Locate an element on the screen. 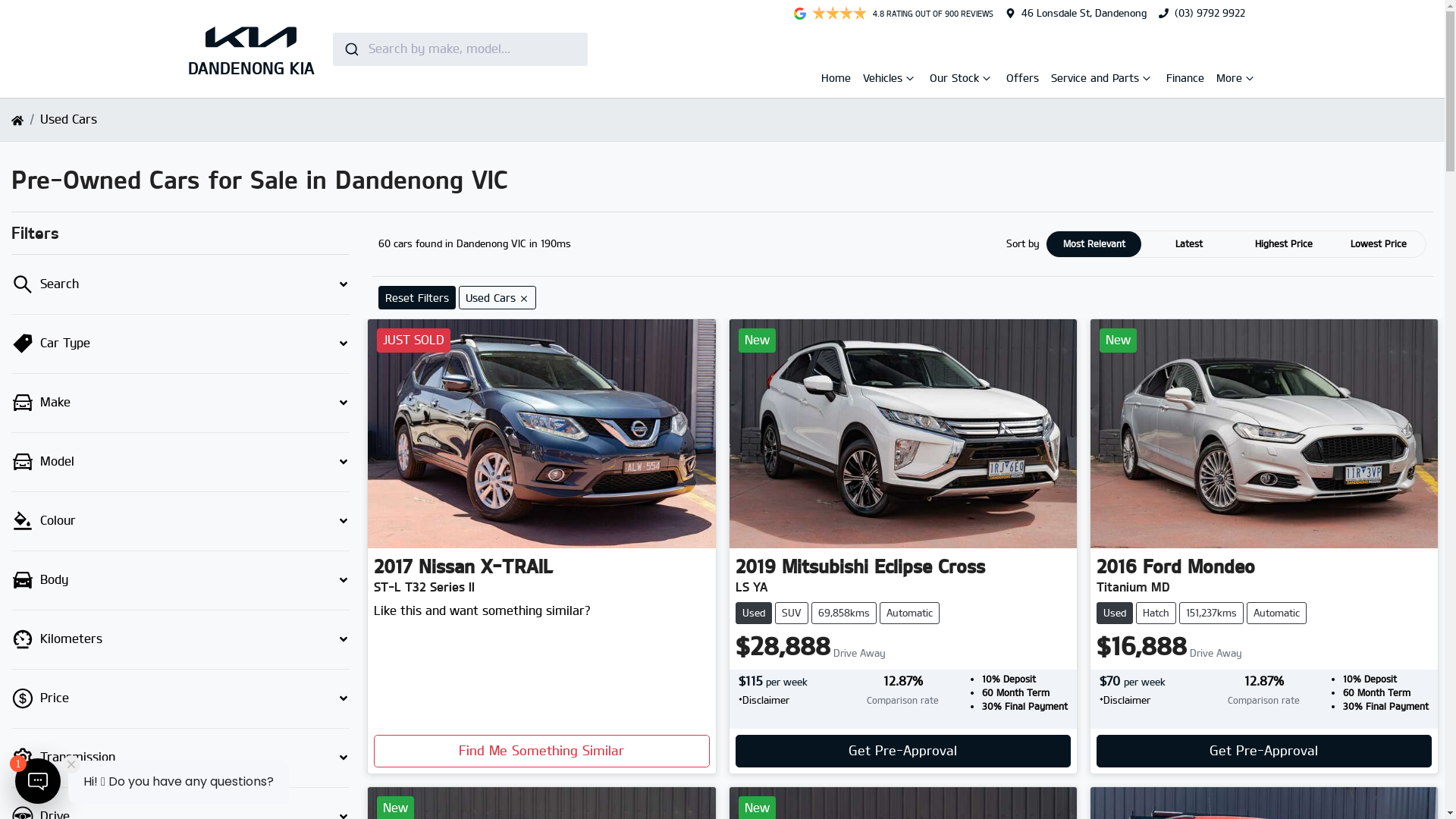  'Get Pre-Approval' is located at coordinates (1263, 751).